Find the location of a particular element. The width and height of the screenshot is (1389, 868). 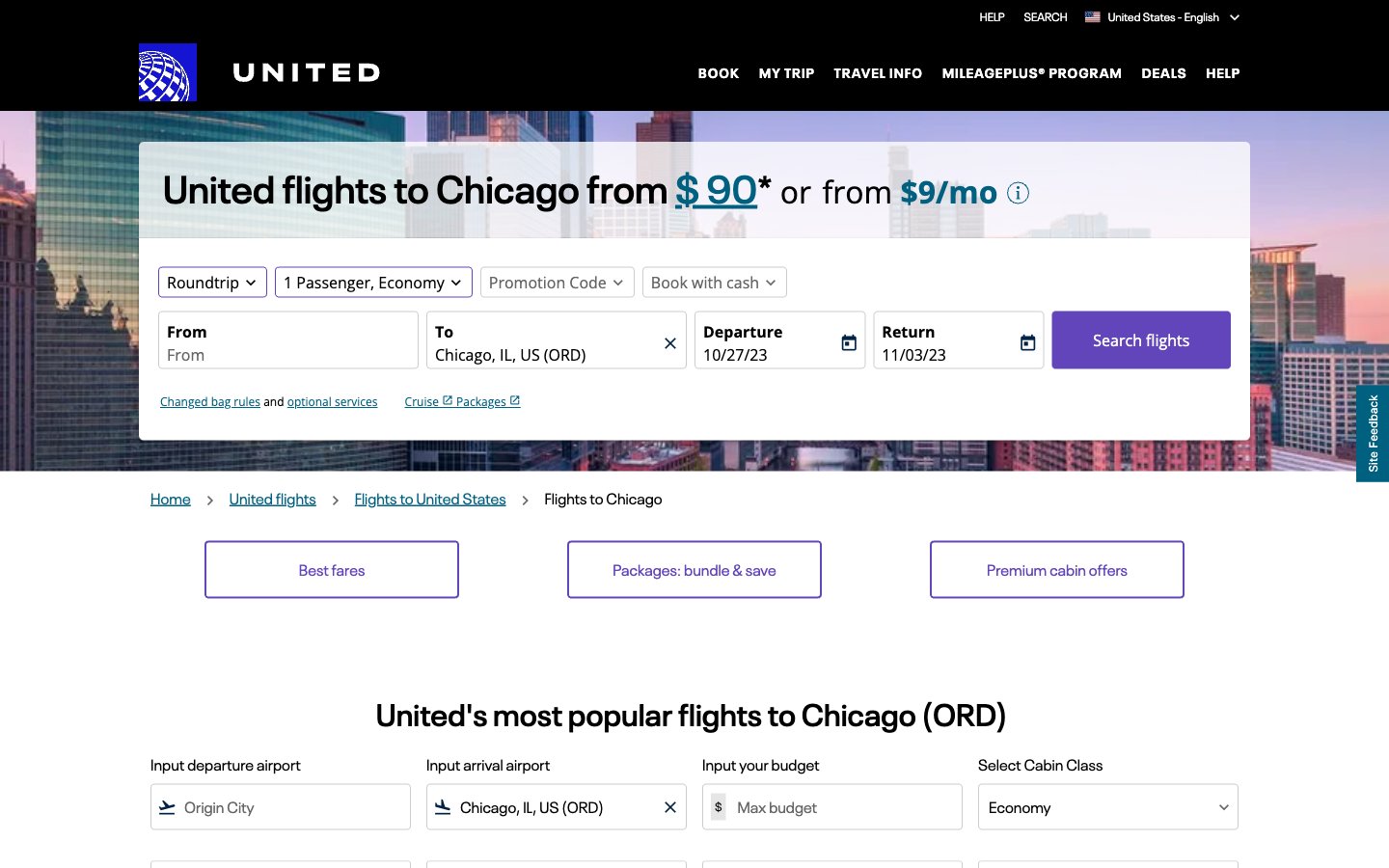

my journey details is located at coordinates (787, 70).